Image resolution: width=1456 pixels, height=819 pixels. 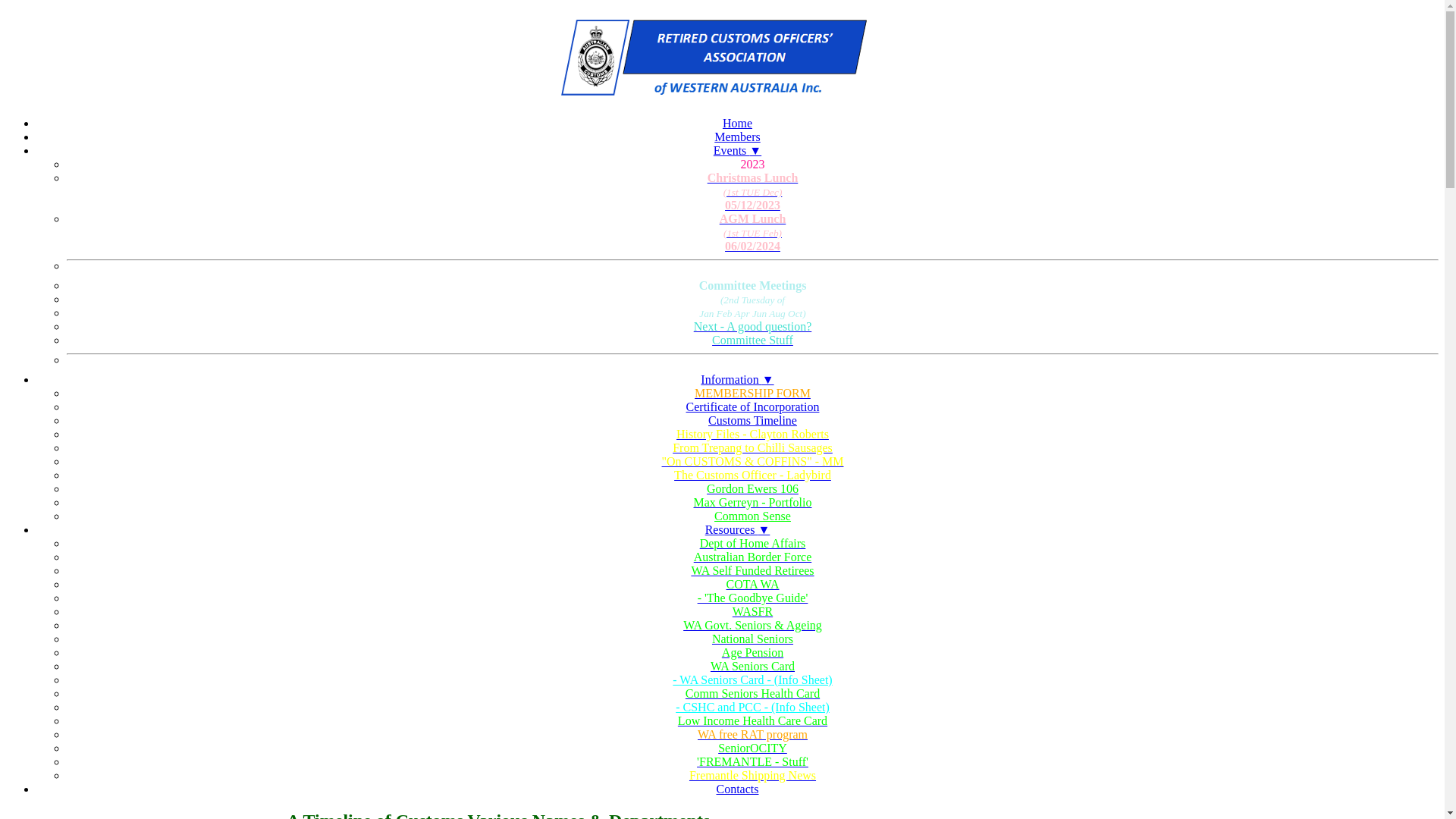 I want to click on 'AGM Lunch, so click(x=752, y=233).